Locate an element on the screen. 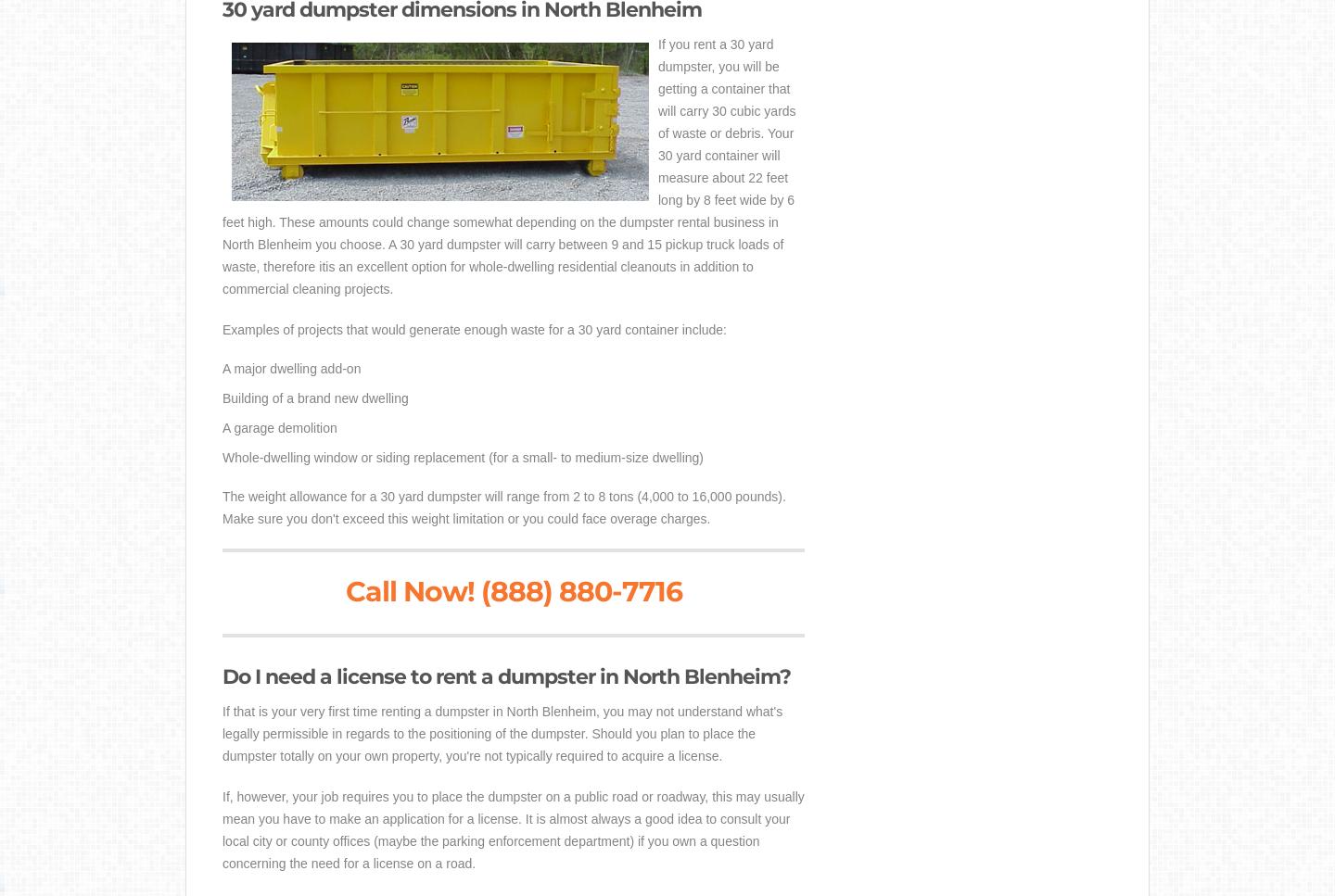 Image resolution: width=1335 pixels, height=896 pixels. 'If you rent a 30 yard dumpster, you will be getting a container that will carry 30 cubic yards of waste or debris. Your 30 yard container will measure about 22 feet long by 8 feet wide by 6 feet high. These amounts could change somewhat depending on the dumpster rental business in North Blenheim you choose. A 30 yard dumpster will carry between 9 and 15 pickup truck loads of waste, therefore itis an excellent option for whole-dwelling residential cleanouts in addition to commercial cleaning projects.' is located at coordinates (508, 166).